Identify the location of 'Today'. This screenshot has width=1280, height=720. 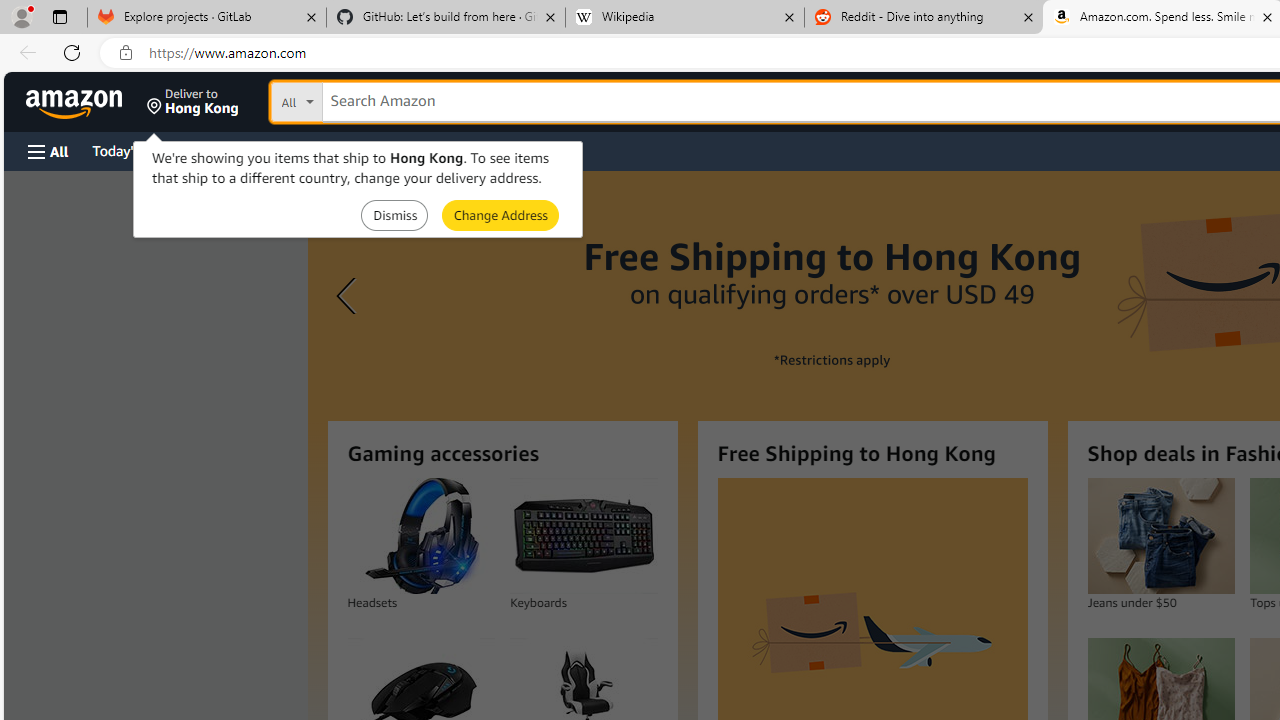
(133, 149).